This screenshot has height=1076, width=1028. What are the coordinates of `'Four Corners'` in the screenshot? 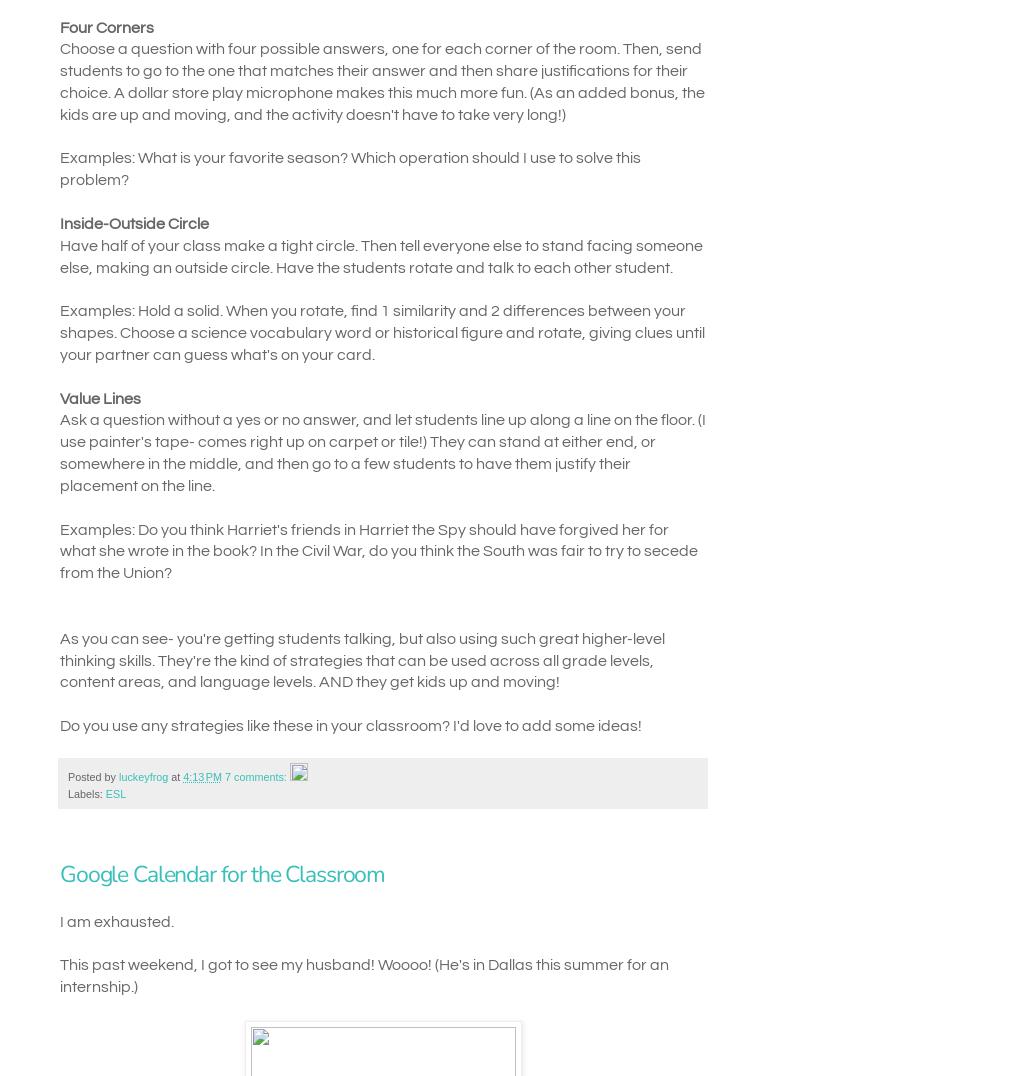 It's located at (106, 26).